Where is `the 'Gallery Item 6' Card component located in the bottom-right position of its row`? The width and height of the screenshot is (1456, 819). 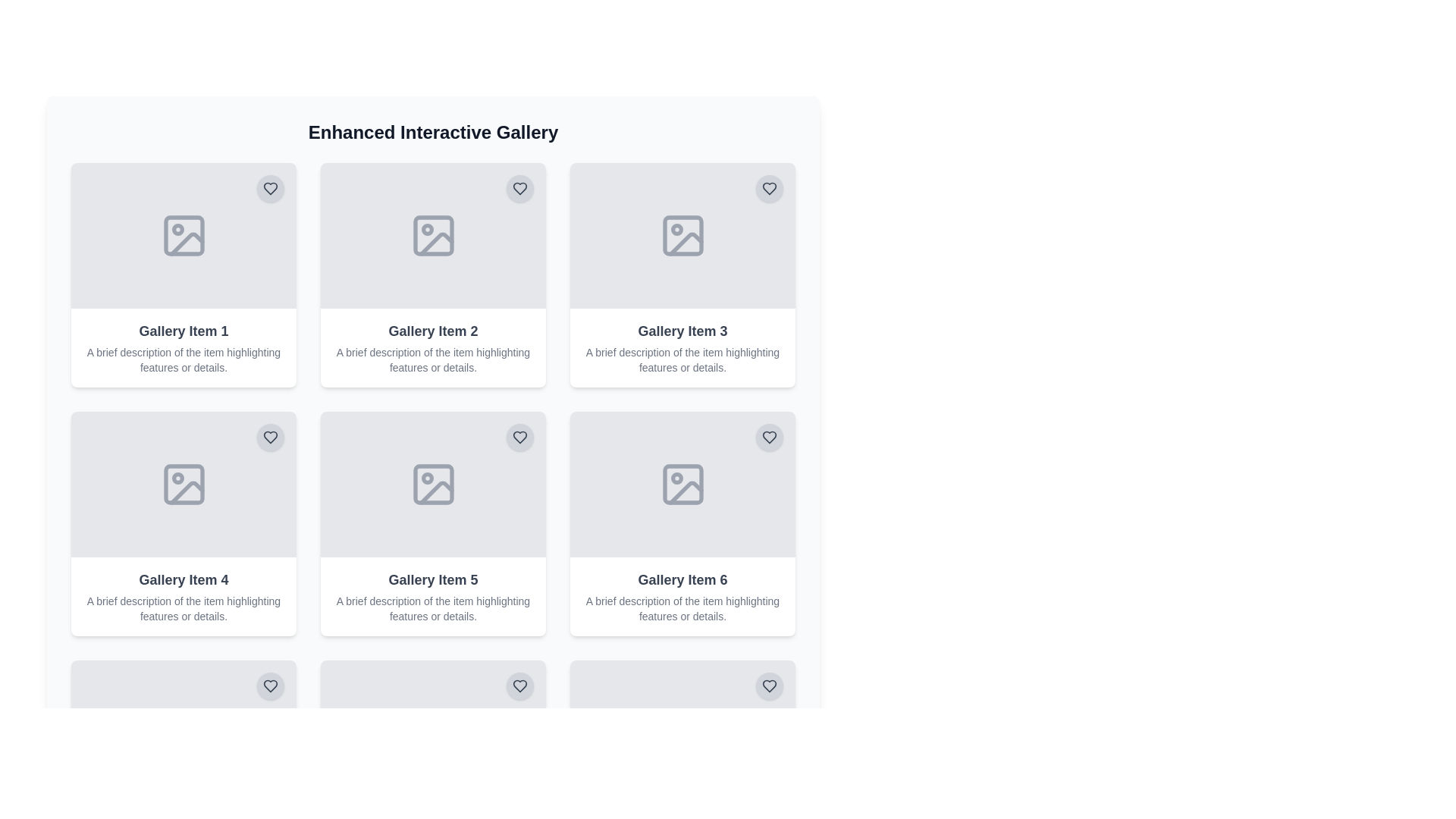
the 'Gallery Item 6' Card component located in the bottom-right position of its row is located at coordinates (682, 485).